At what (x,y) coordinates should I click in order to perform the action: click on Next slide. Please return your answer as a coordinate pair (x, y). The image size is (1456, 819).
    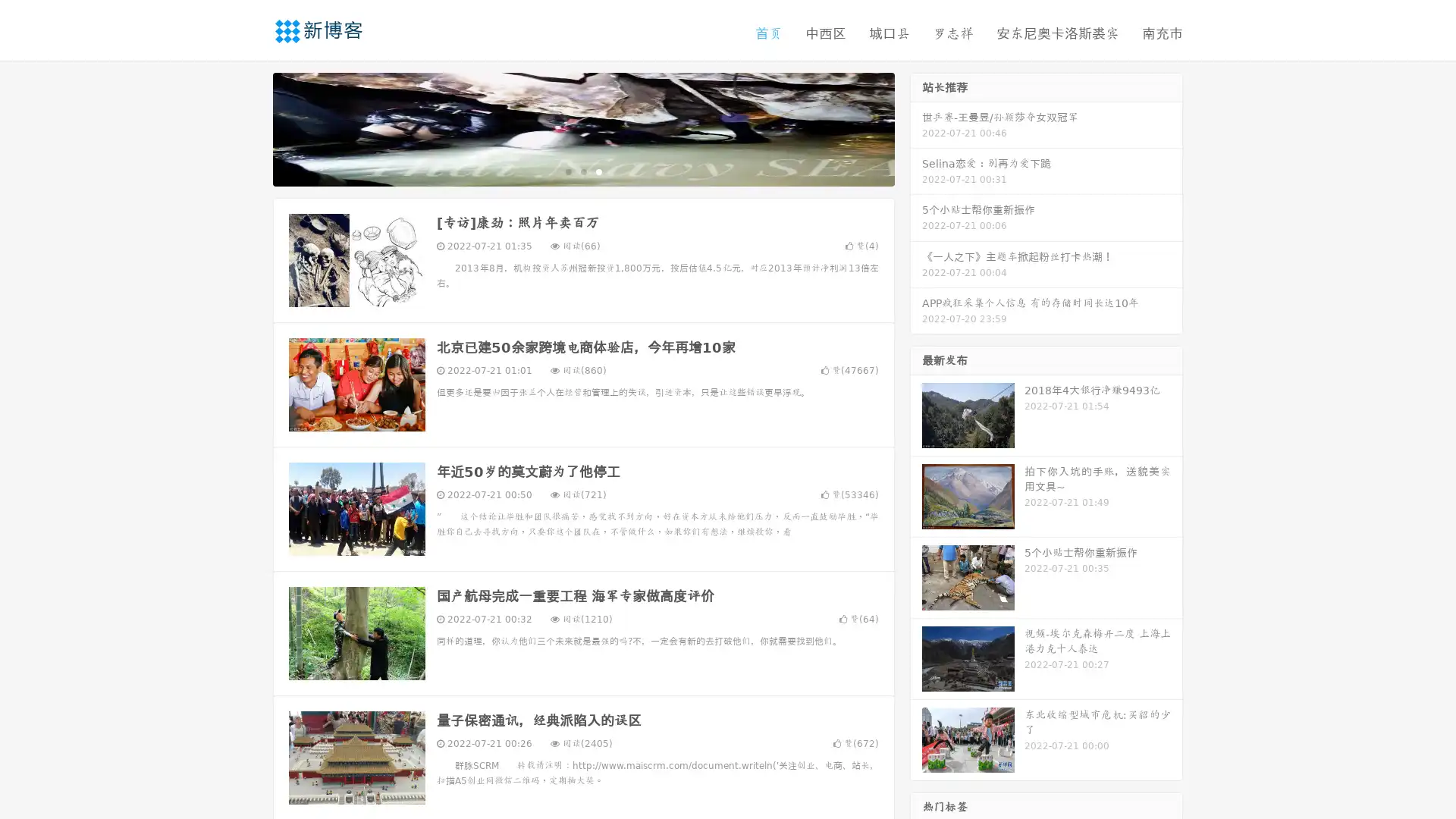
    Looking at the image, I should click on (916, 127).